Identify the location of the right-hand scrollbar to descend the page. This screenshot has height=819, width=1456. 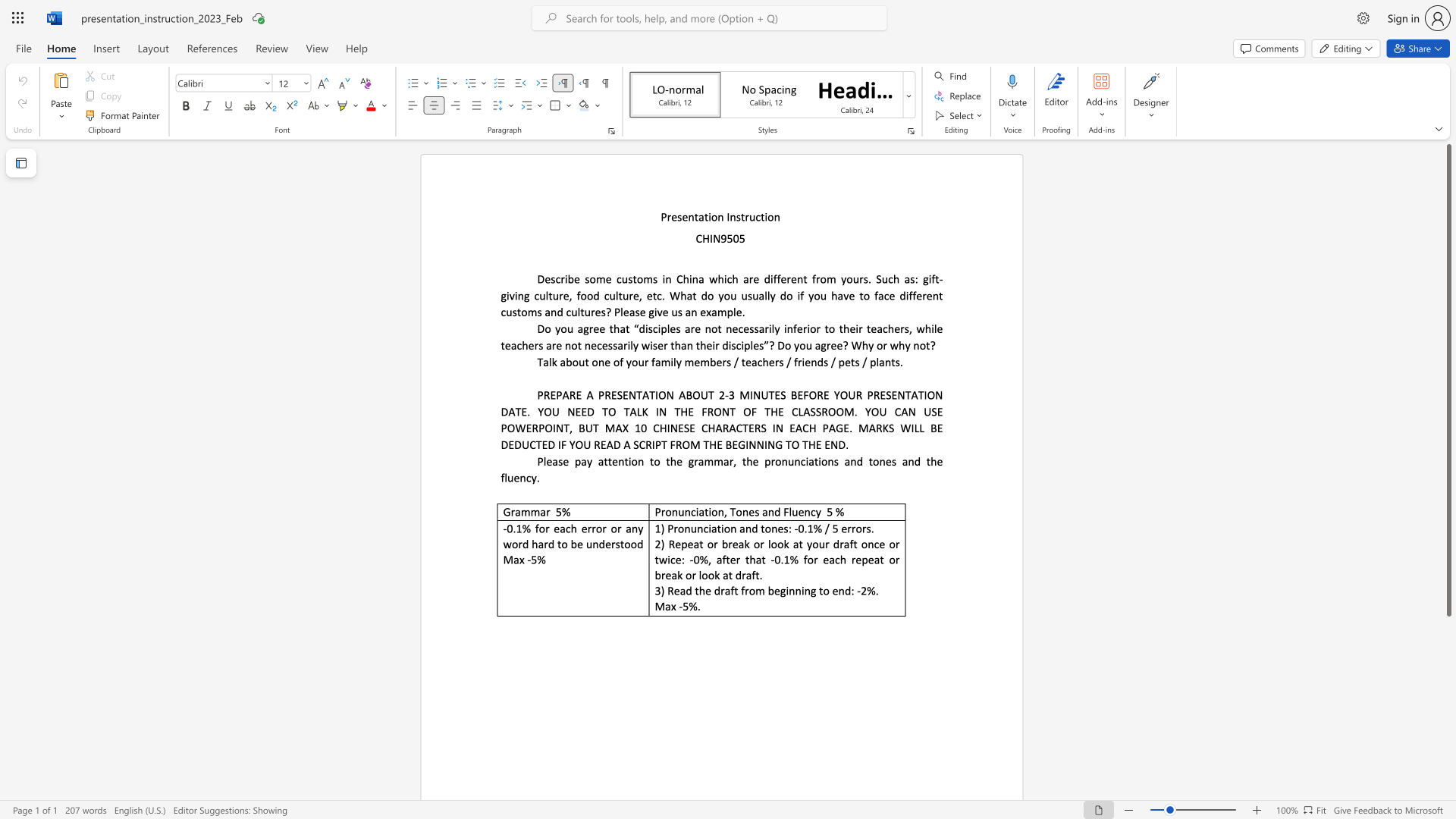
(1448, 698).